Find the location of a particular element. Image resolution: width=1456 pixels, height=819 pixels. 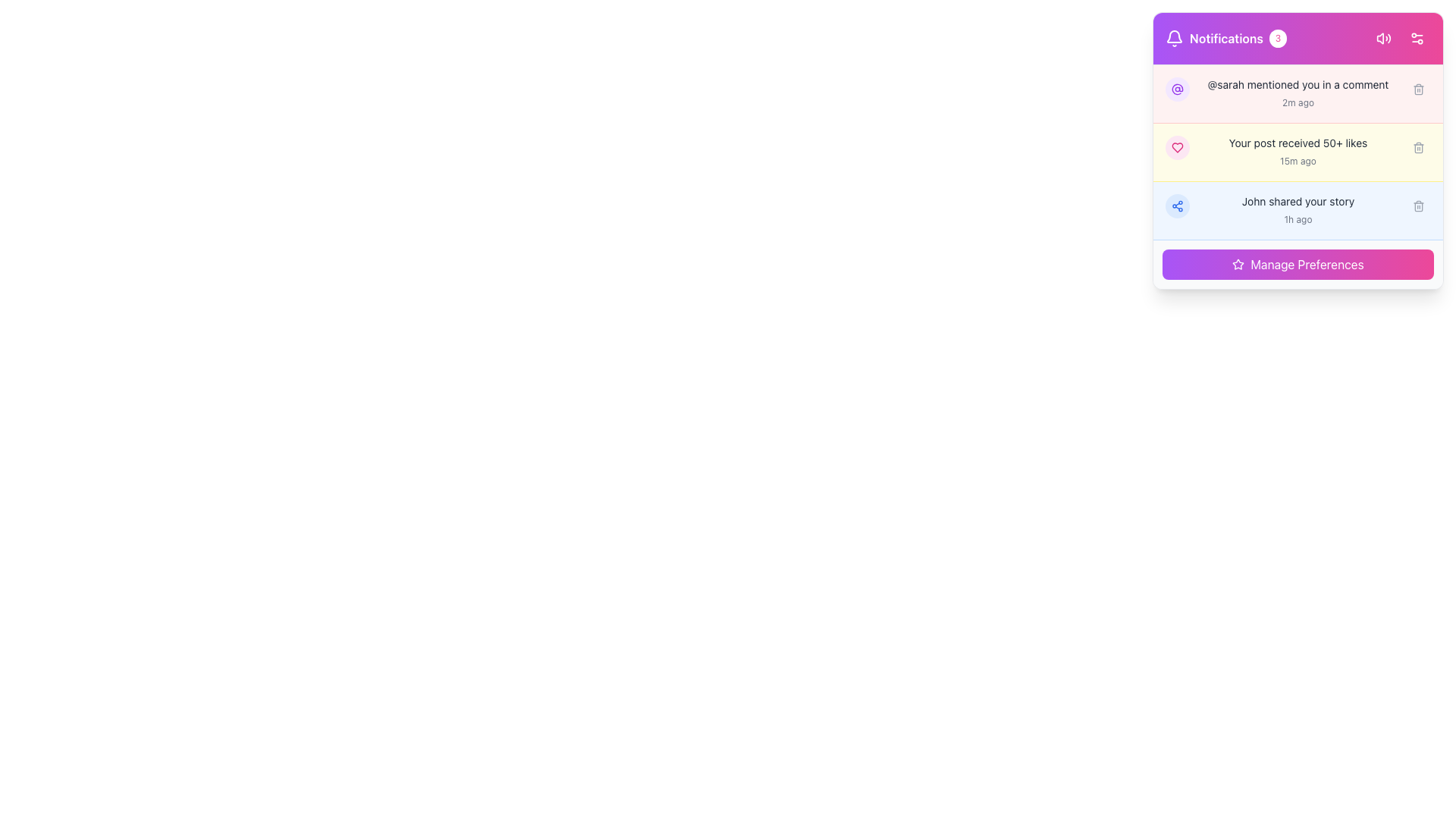

the delete button on the right side of the notification item that shows 'John shared your story' with a light blue background is located at coordinates (1298, 210).